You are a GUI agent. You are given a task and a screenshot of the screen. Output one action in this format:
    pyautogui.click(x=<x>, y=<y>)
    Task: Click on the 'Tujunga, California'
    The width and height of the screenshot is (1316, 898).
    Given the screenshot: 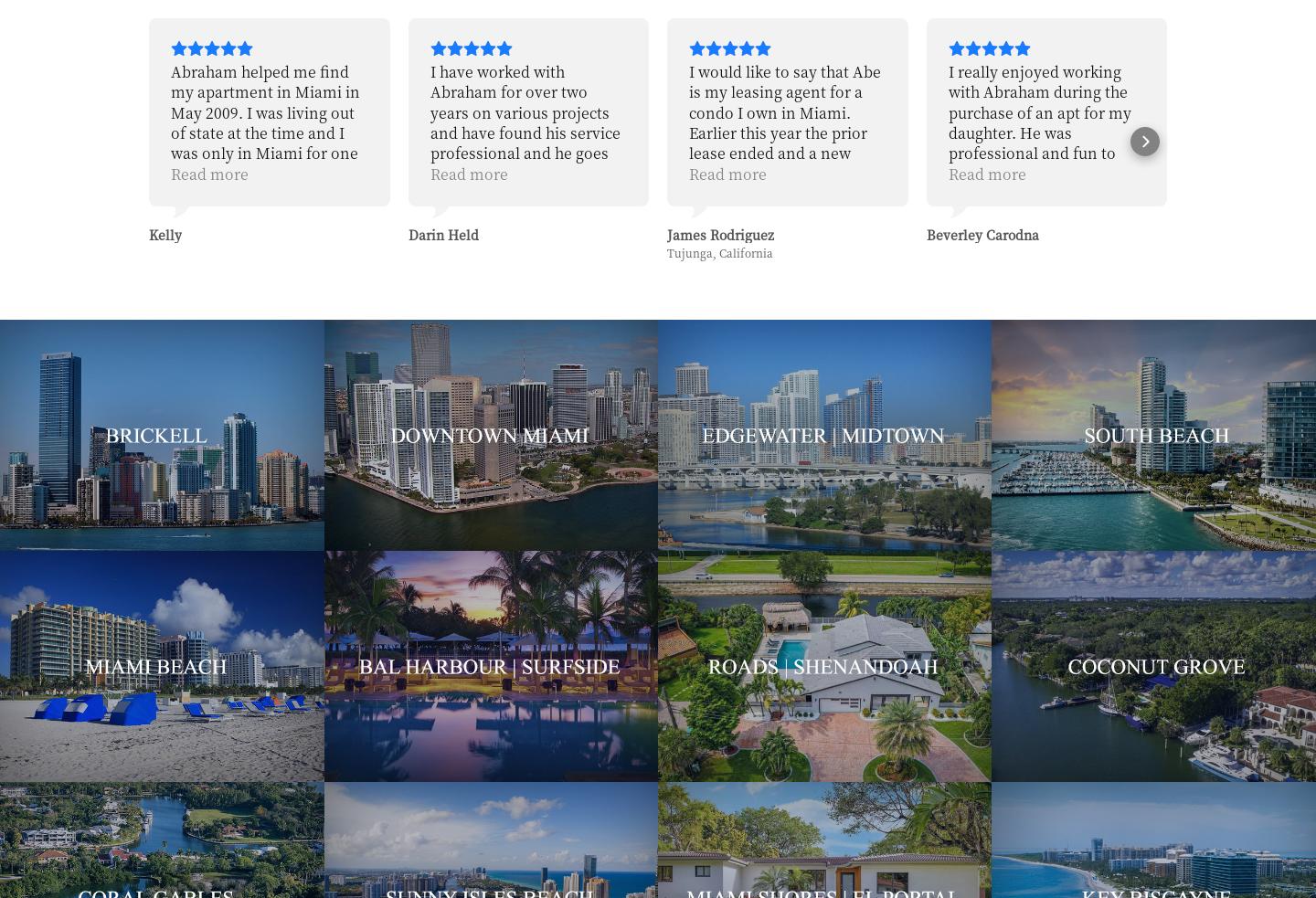 What is the action you would take?
    pyautogui.click(x=459, y=252)
    